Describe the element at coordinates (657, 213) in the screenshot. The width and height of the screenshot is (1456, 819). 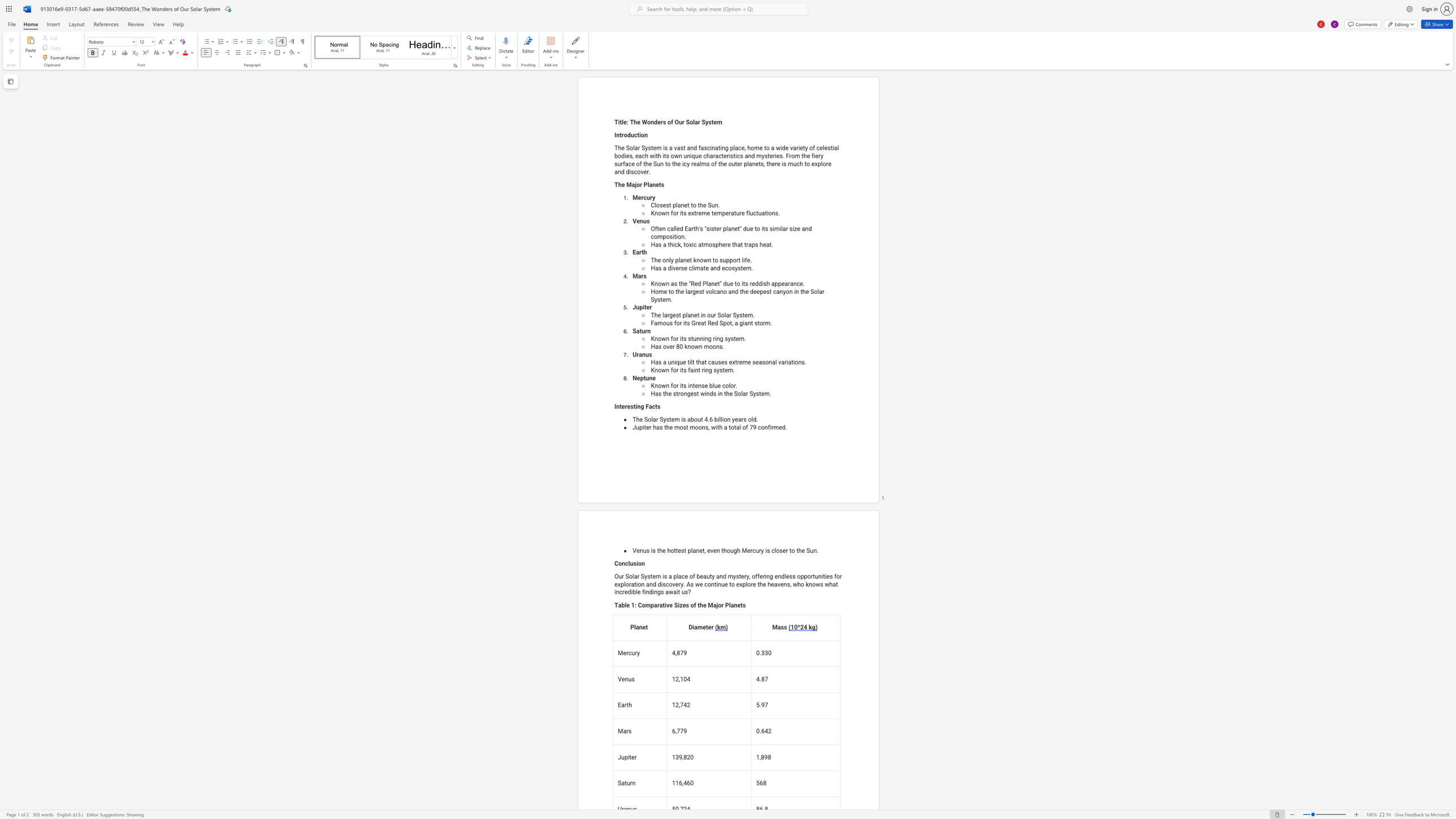
I see `the subset text "own for its extrem" within the text "Known for its extreme temperature fluctuations."` at that location.